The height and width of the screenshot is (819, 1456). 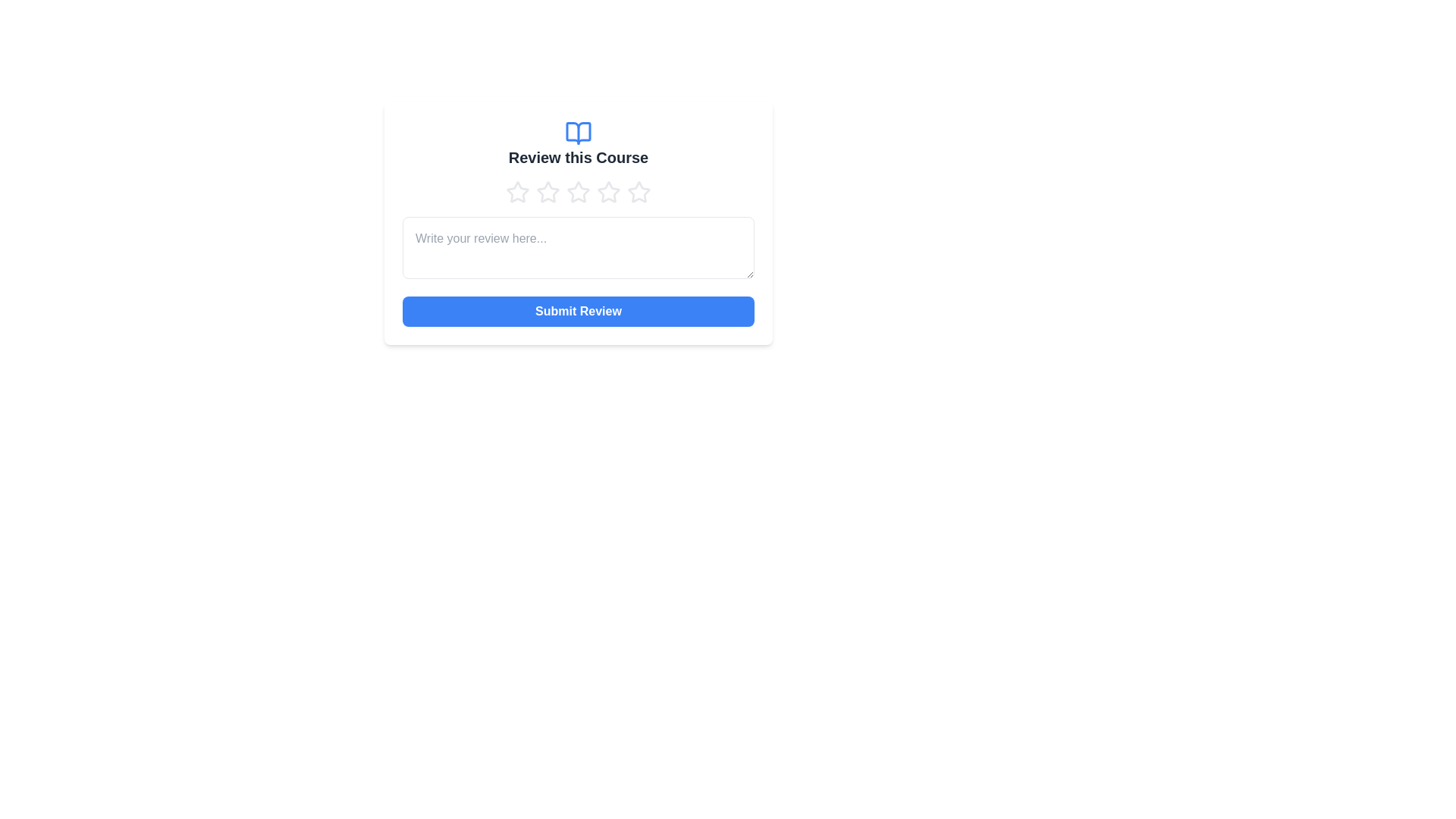 What do you see at coordinates (578, 191) in the screenshot?
I see `the third star in the rating interface to register a rating for the course` at bounding box center [578, 191].